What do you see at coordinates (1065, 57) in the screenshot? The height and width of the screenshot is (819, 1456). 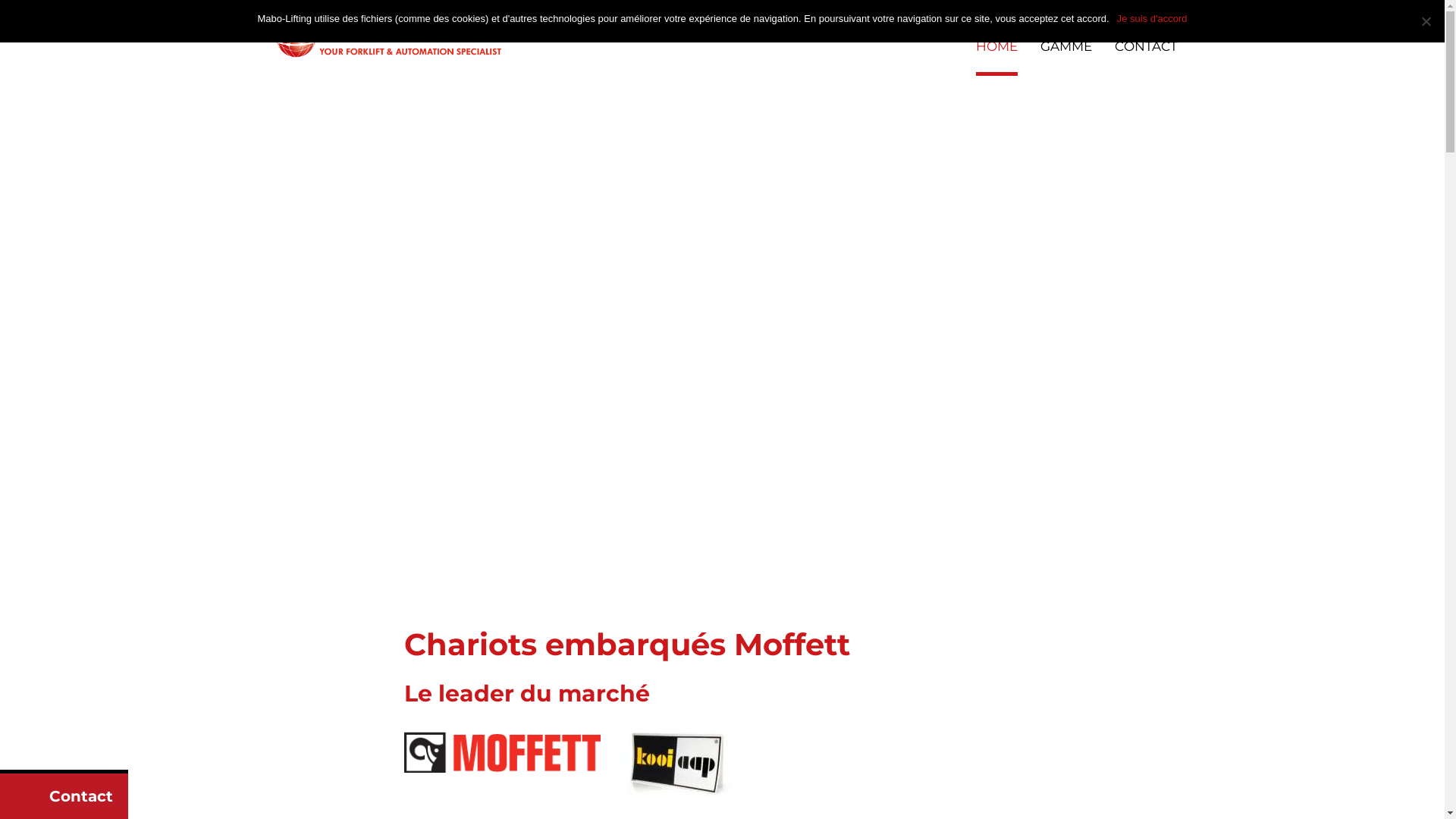 I see `'GAMME'` at bounding box center [1065, 57].